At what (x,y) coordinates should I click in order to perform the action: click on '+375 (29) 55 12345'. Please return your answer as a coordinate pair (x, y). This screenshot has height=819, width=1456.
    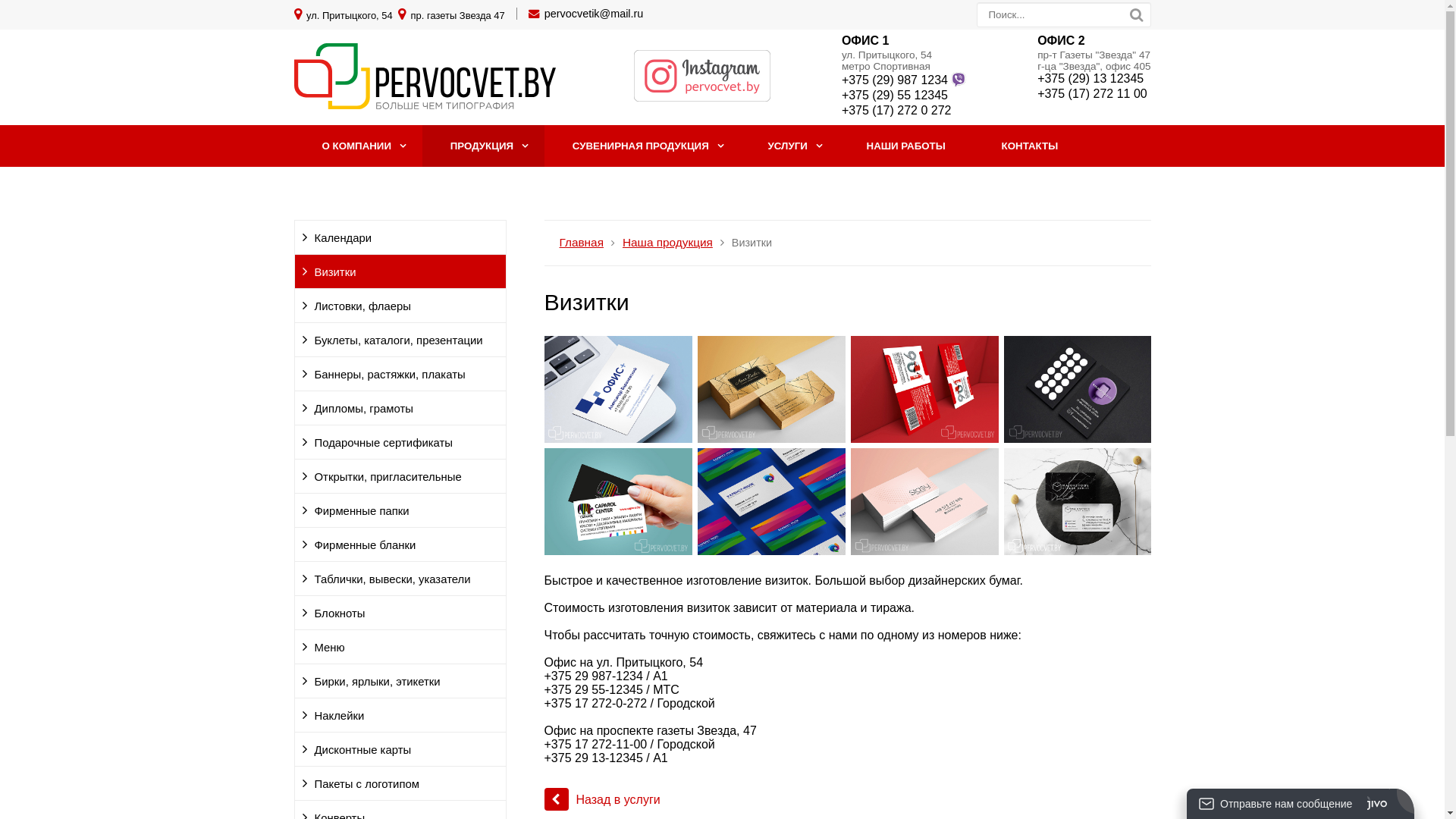
    Looking at the image, I should click on (840, 95).